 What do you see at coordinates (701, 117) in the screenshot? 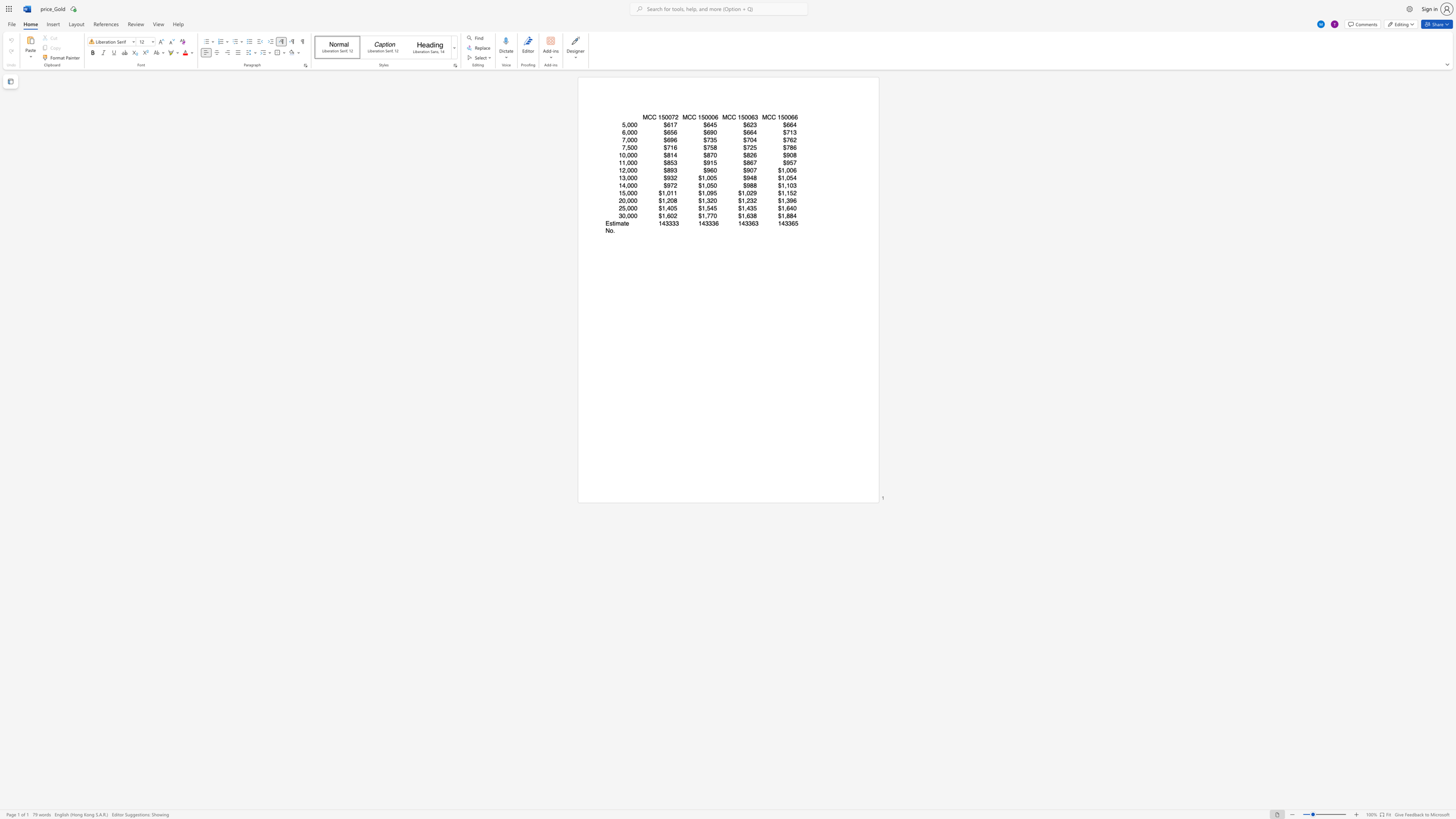
I see `the subset text "50006" within the text "MCC 150006"` at bounding box center [701, 117].